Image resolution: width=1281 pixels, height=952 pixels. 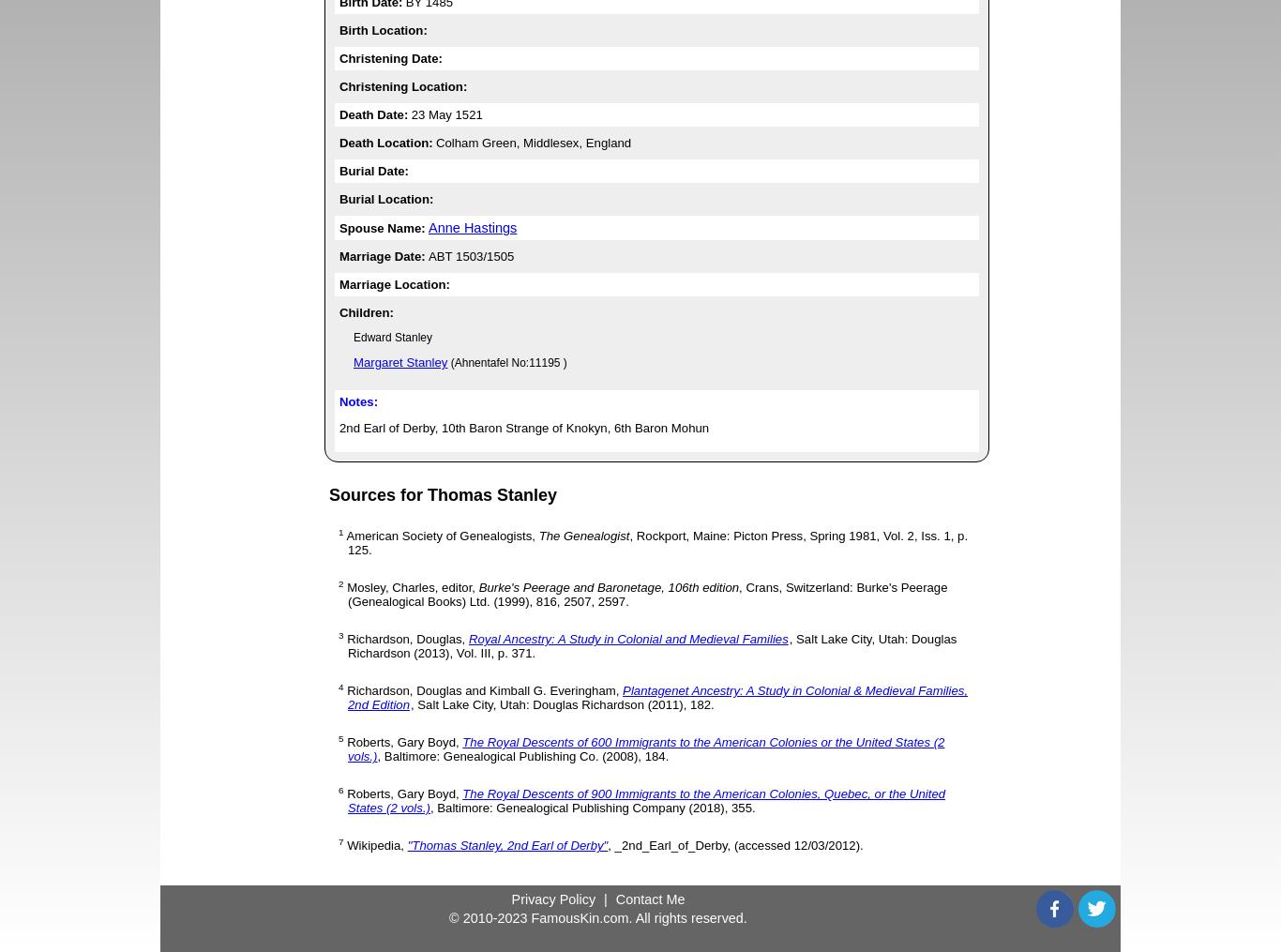 What do you see at coordinates (339, 582) in the screenshot?
I see `'2'` at bounding box center [339, 582].